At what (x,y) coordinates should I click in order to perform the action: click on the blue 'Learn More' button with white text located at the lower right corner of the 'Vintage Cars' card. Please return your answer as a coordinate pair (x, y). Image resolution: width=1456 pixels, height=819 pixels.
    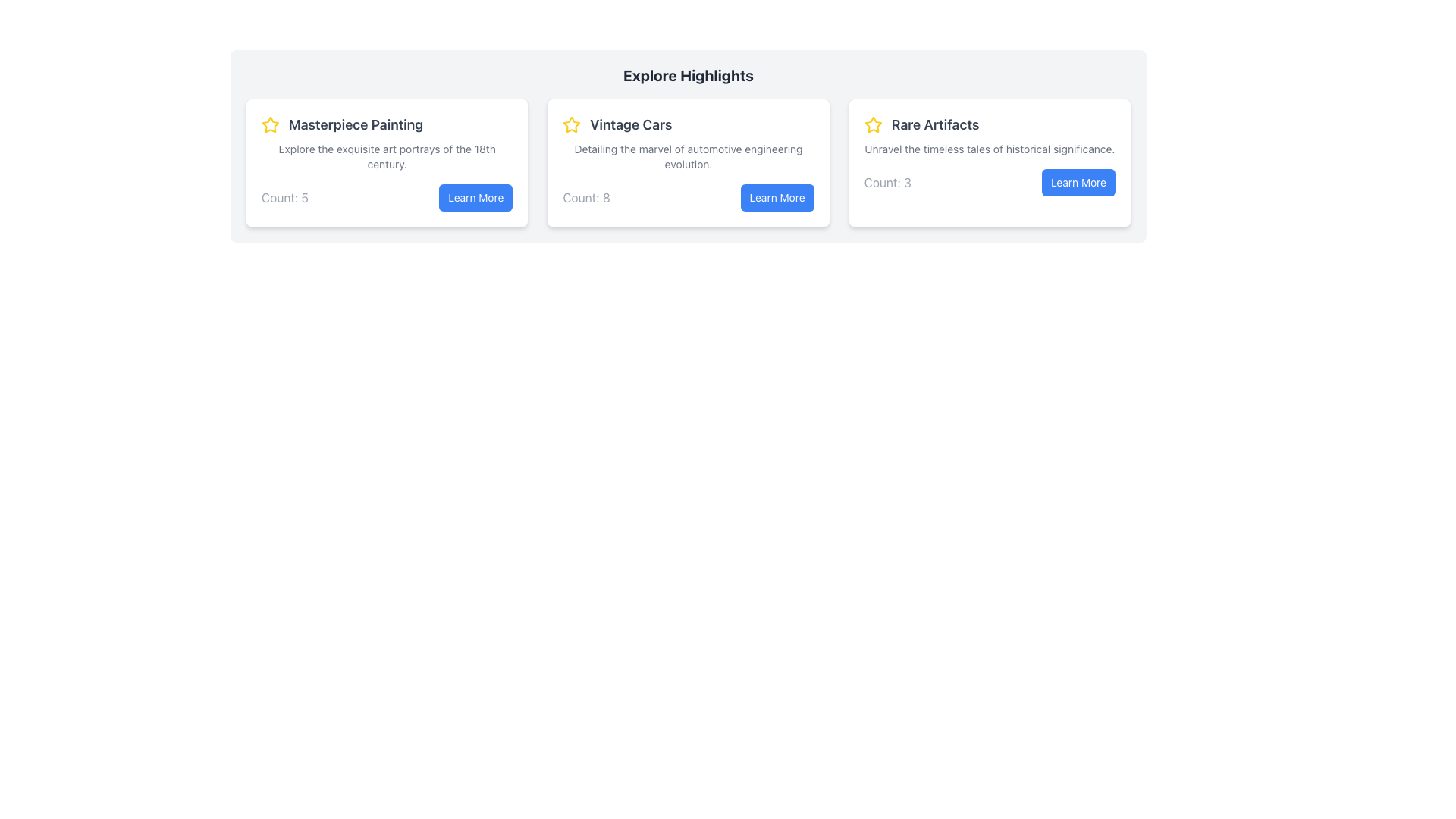
    Looking at the image, I should click on (777, 197).